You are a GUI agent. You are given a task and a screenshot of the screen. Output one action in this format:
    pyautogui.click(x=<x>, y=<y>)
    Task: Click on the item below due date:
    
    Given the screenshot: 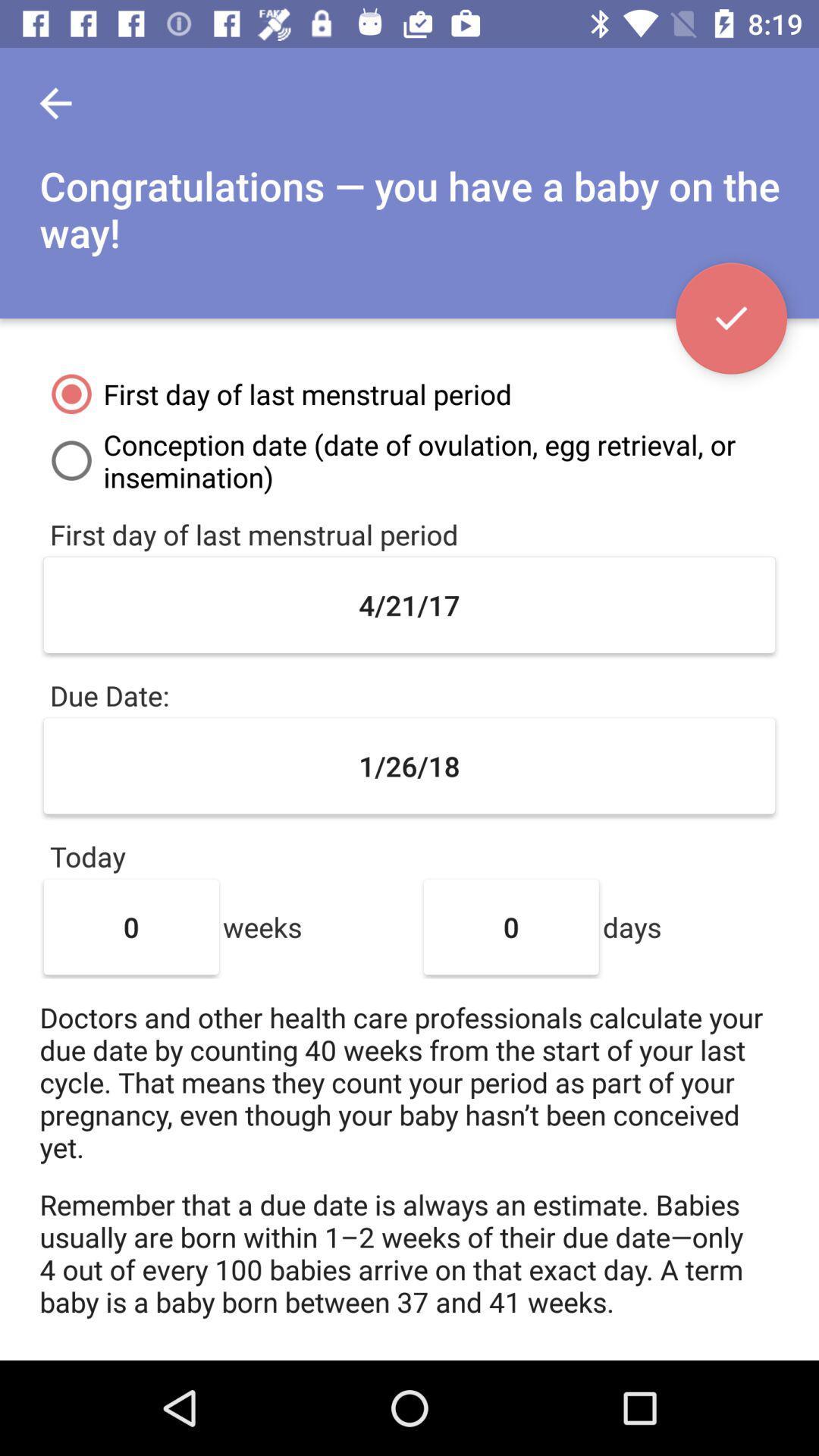 What is the action you would take?
    pyautogui.click(x=409, y=766)
    